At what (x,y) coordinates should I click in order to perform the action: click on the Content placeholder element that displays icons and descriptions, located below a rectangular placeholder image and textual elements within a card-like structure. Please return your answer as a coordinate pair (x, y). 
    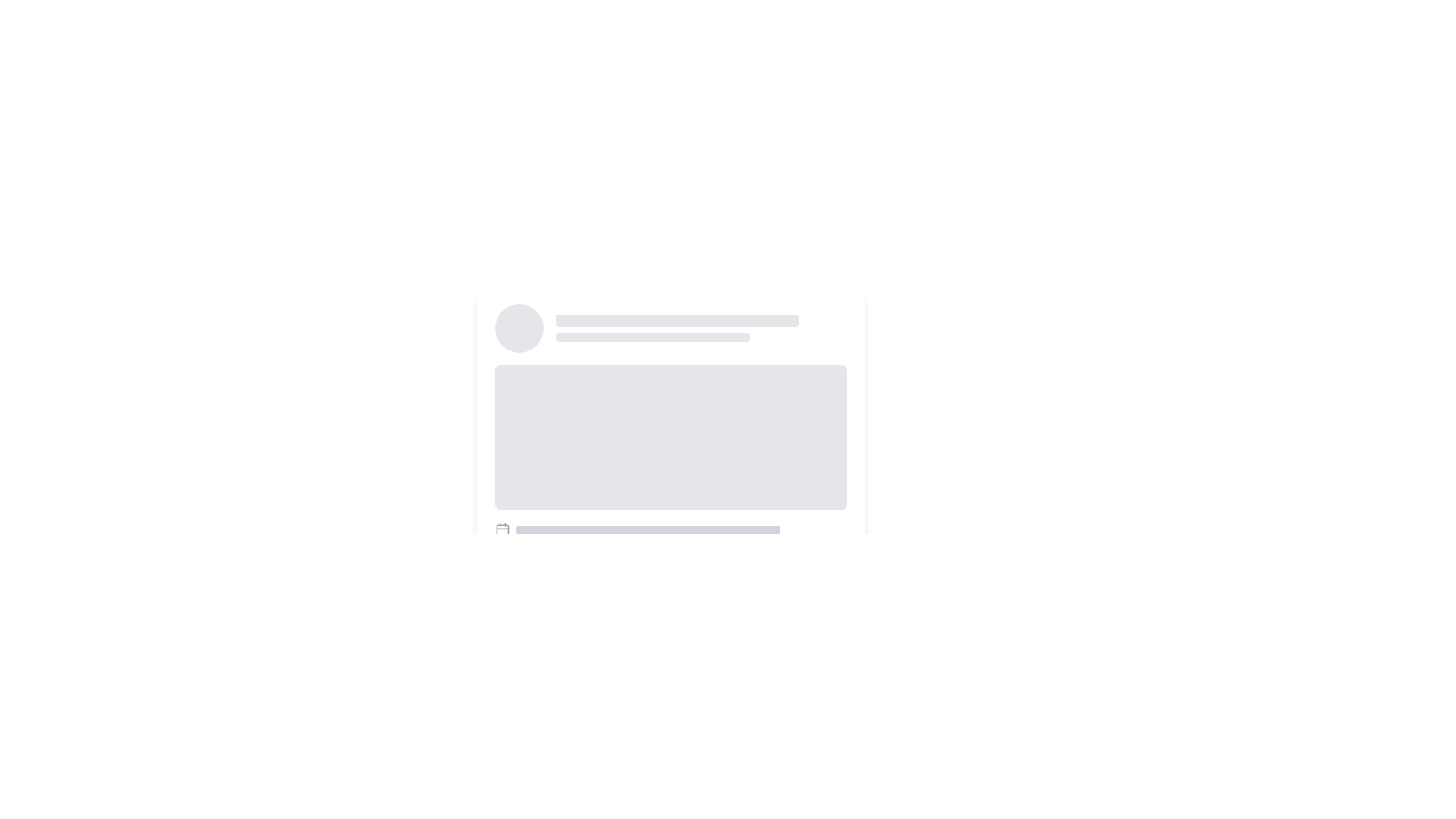
    Looking at the image, I should click on (670, 557).